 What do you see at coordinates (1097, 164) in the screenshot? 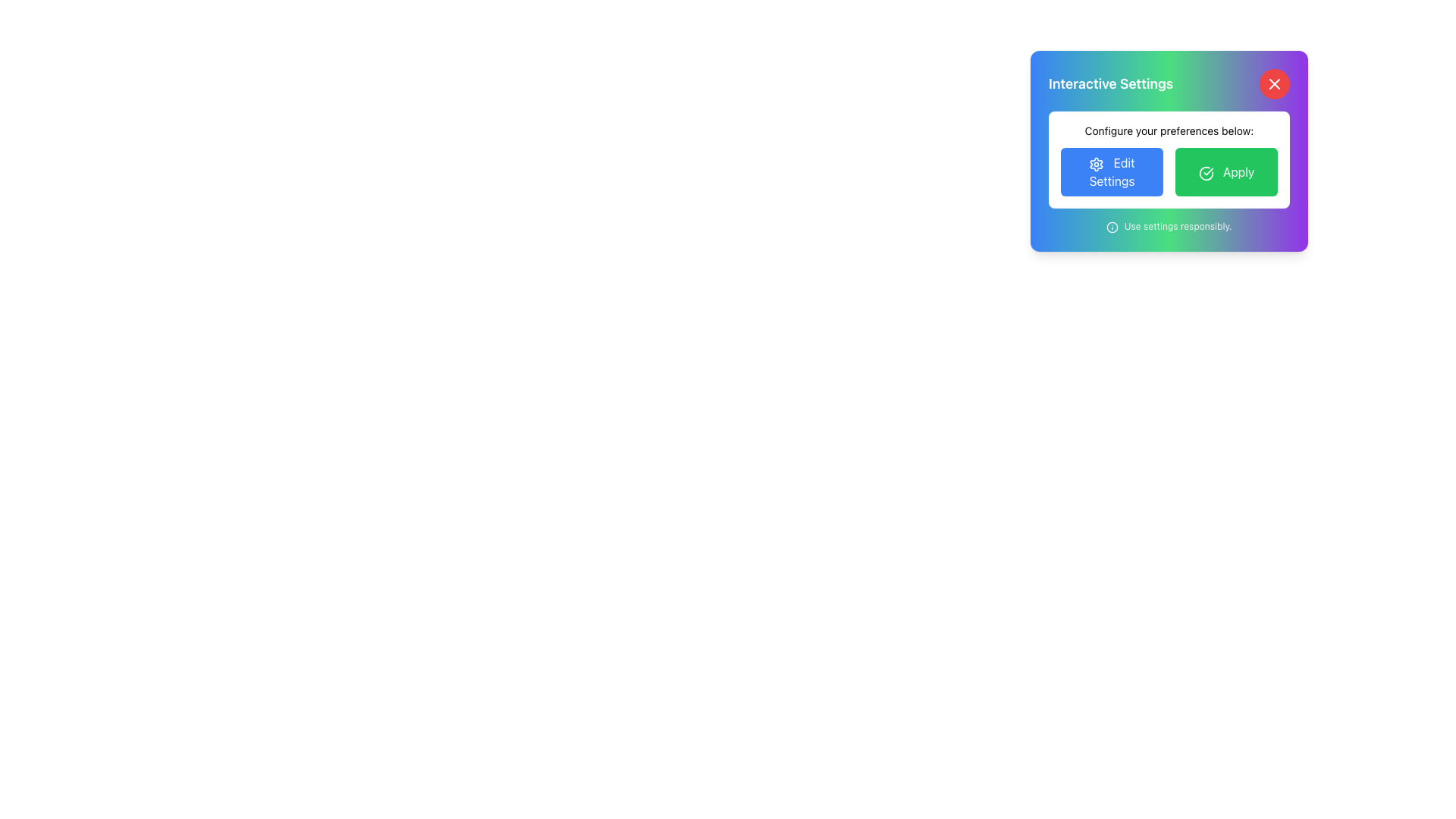
I see `the graphical settings icon, which is a gear shape located in the top-right part of the interface near the 'Interactive Settings' panel header` at bounding box center [1097, 164].